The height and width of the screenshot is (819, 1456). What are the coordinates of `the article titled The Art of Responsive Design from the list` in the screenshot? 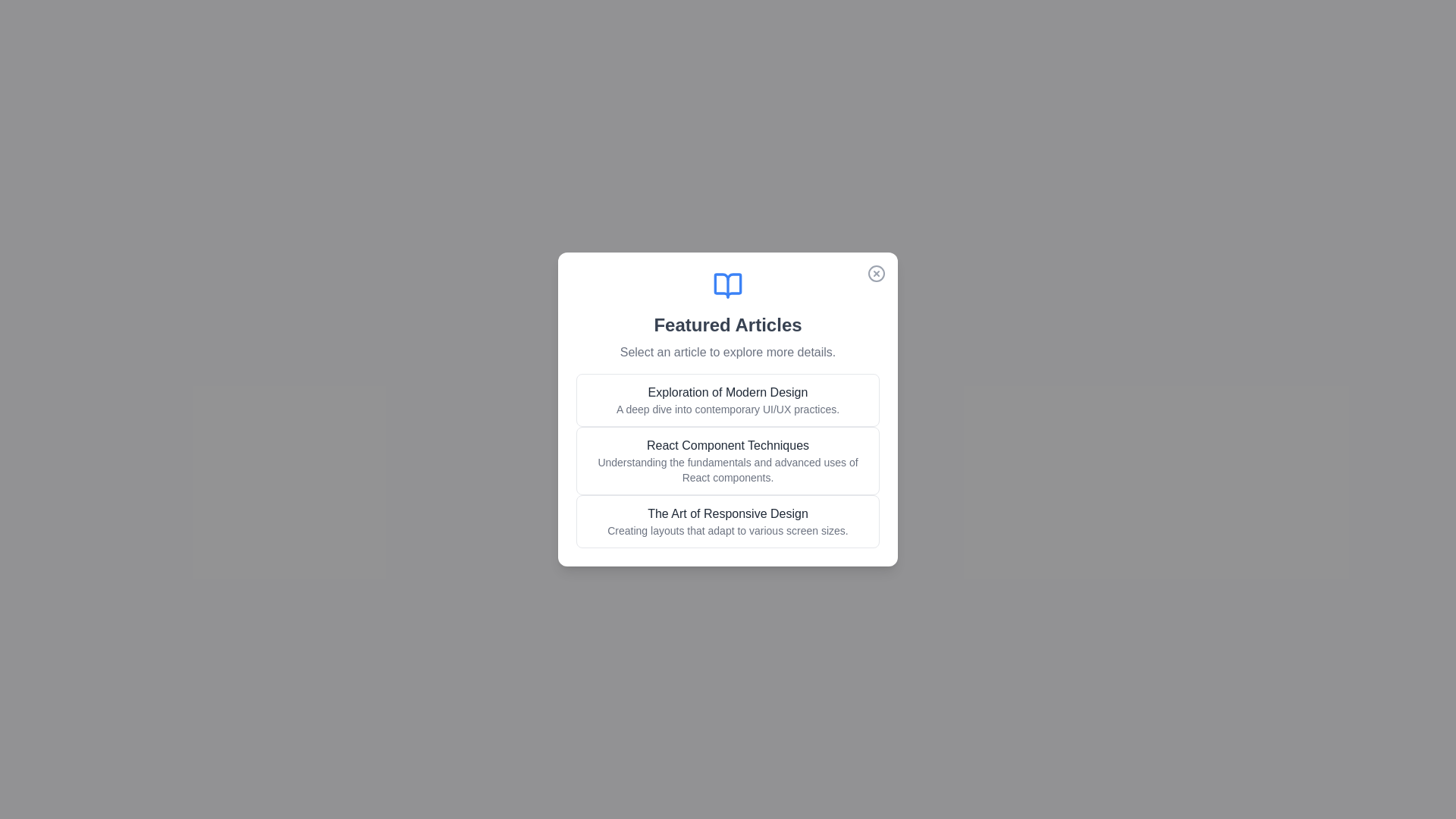 It's located at (728, 520).